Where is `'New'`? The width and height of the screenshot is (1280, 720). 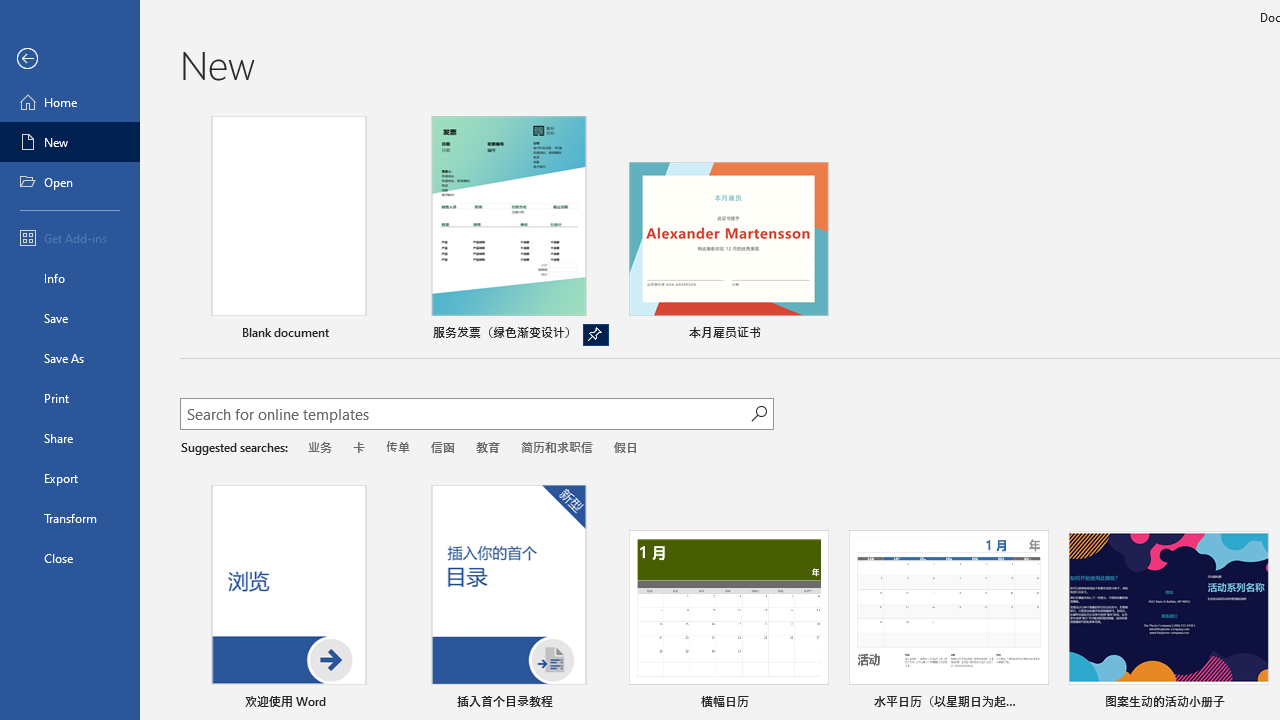
'New' is located at coordinates (69, 140).